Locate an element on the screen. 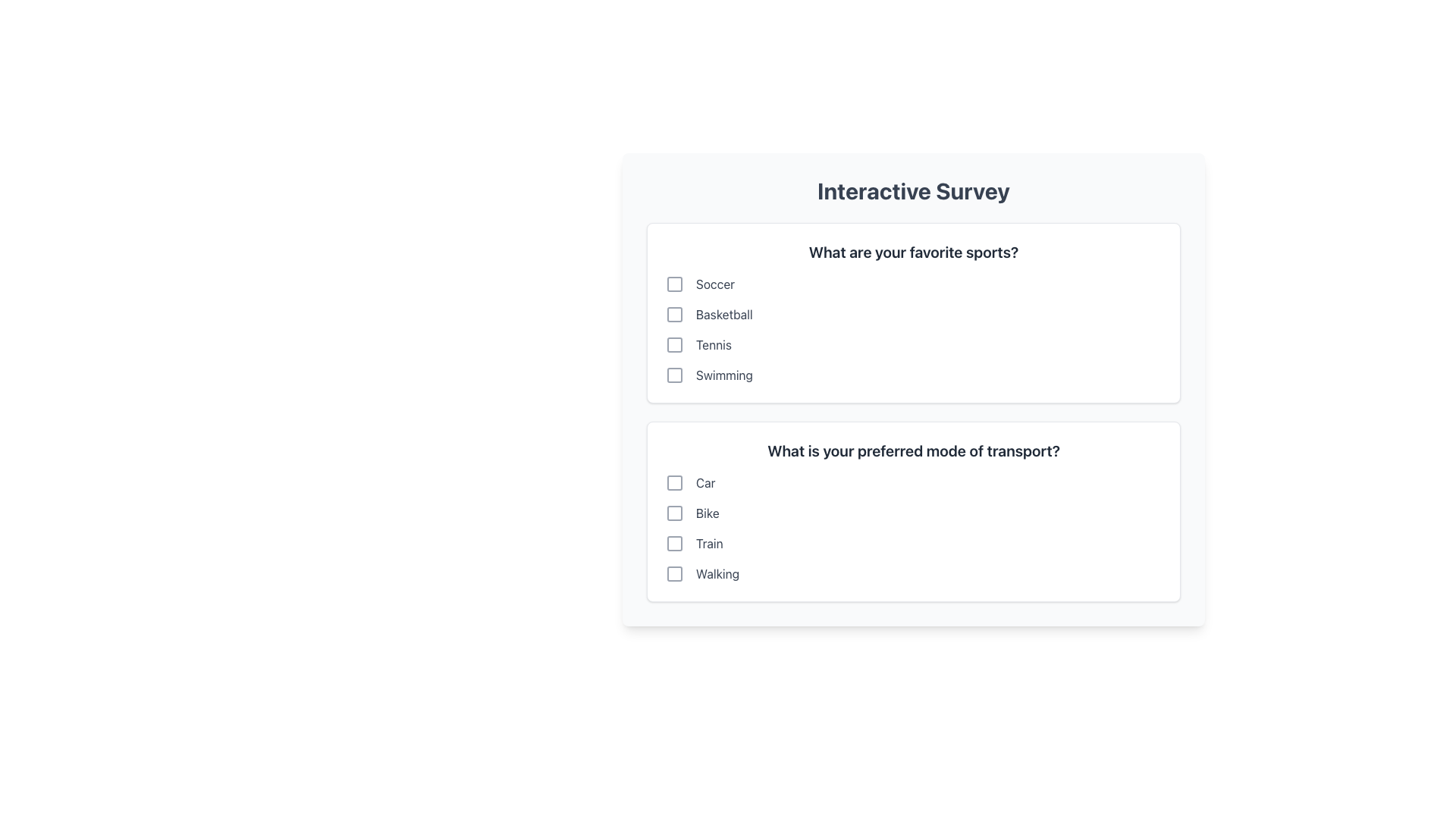 This screenshot has width=1456, height=819. the checkbox labeled 'Walking' is located at coordinates (912, 573).